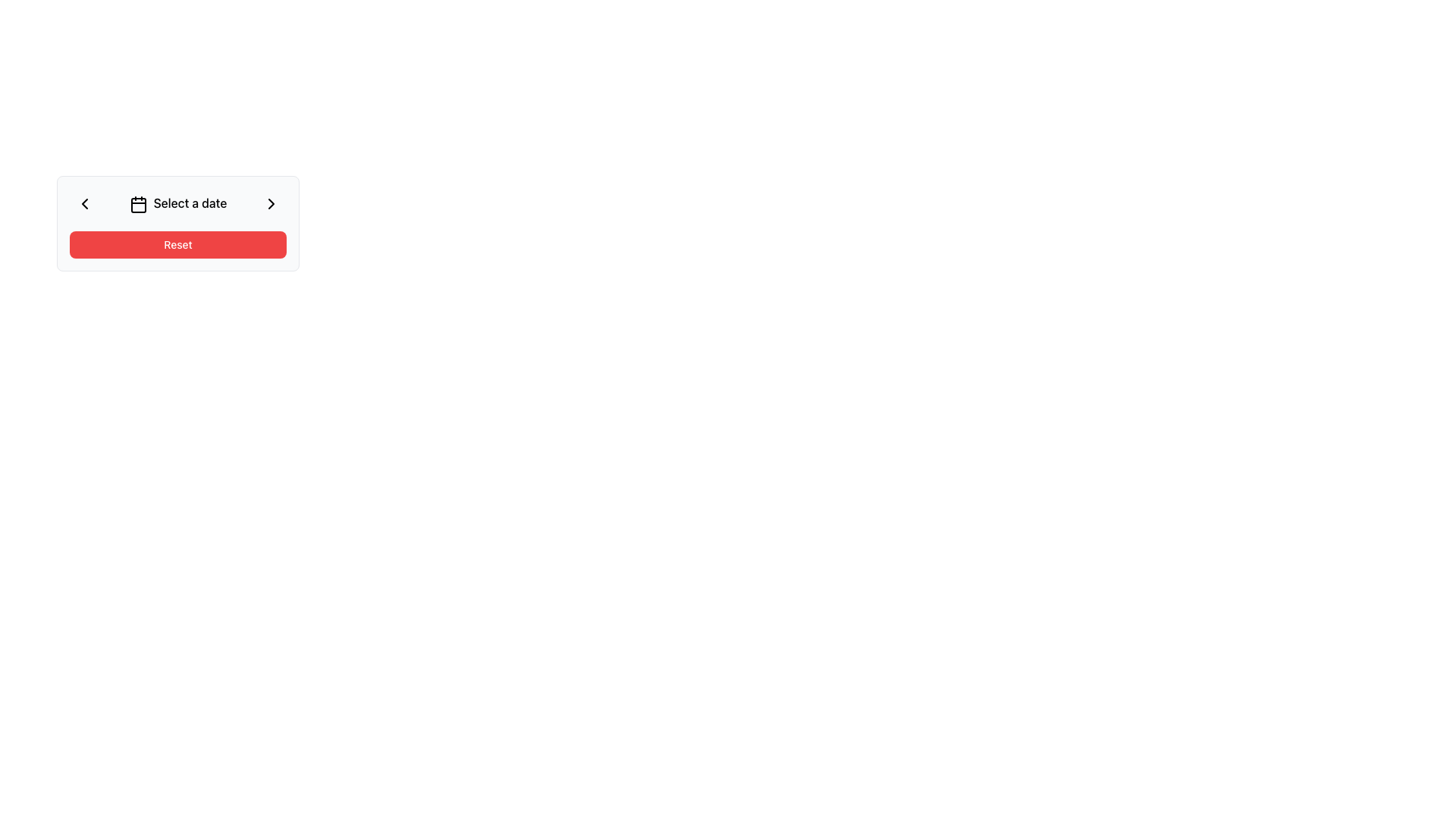 This screenshot has width=1456, height=819. Describe the element at coordinates (138, 203) in the screenshot. I see `the date selection icon located to the left of the text 'Select a date', which serves as a visual indicator for opening a calendar view` at that location.